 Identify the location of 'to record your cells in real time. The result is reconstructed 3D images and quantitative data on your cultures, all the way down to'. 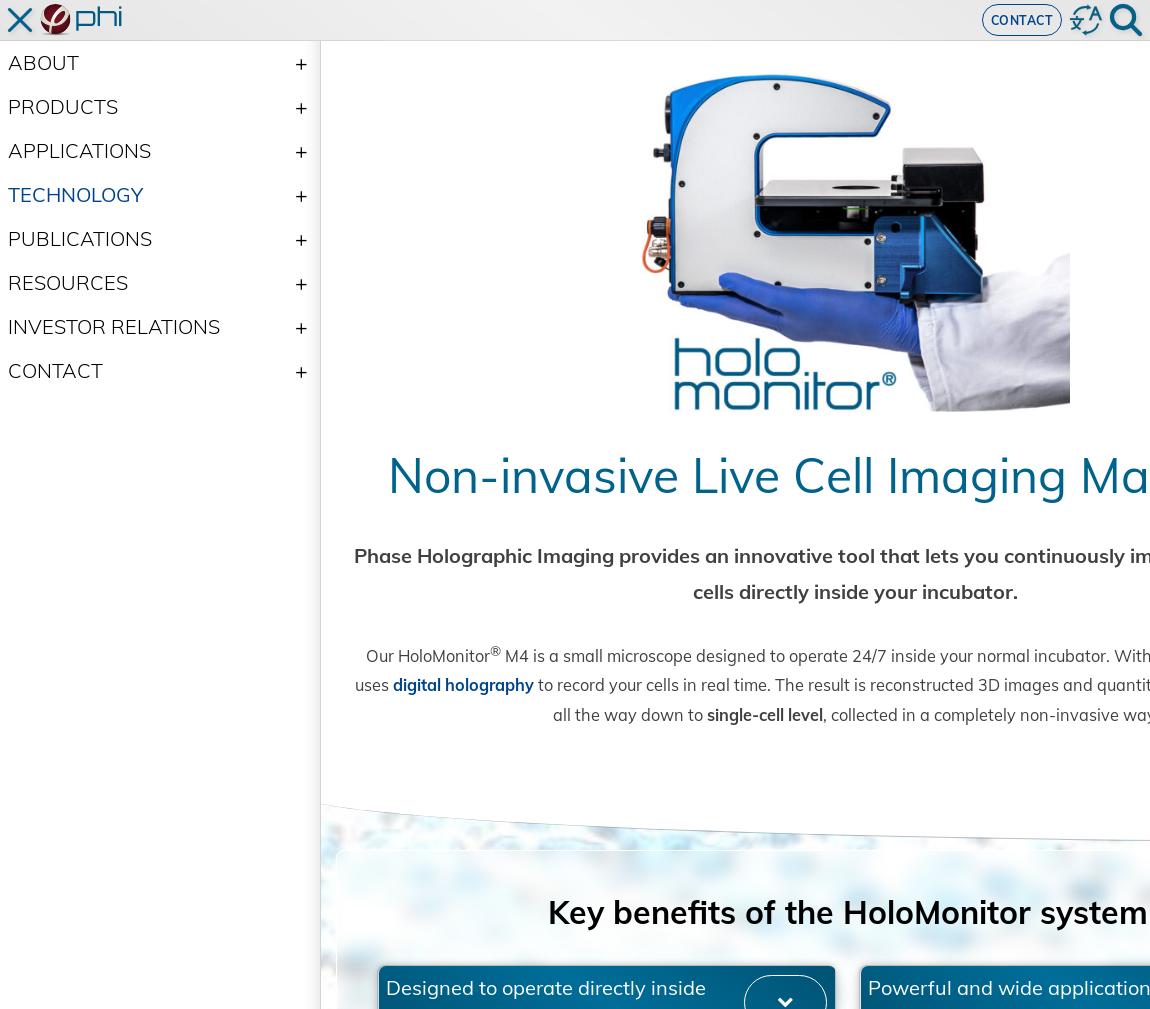
(355, 761).